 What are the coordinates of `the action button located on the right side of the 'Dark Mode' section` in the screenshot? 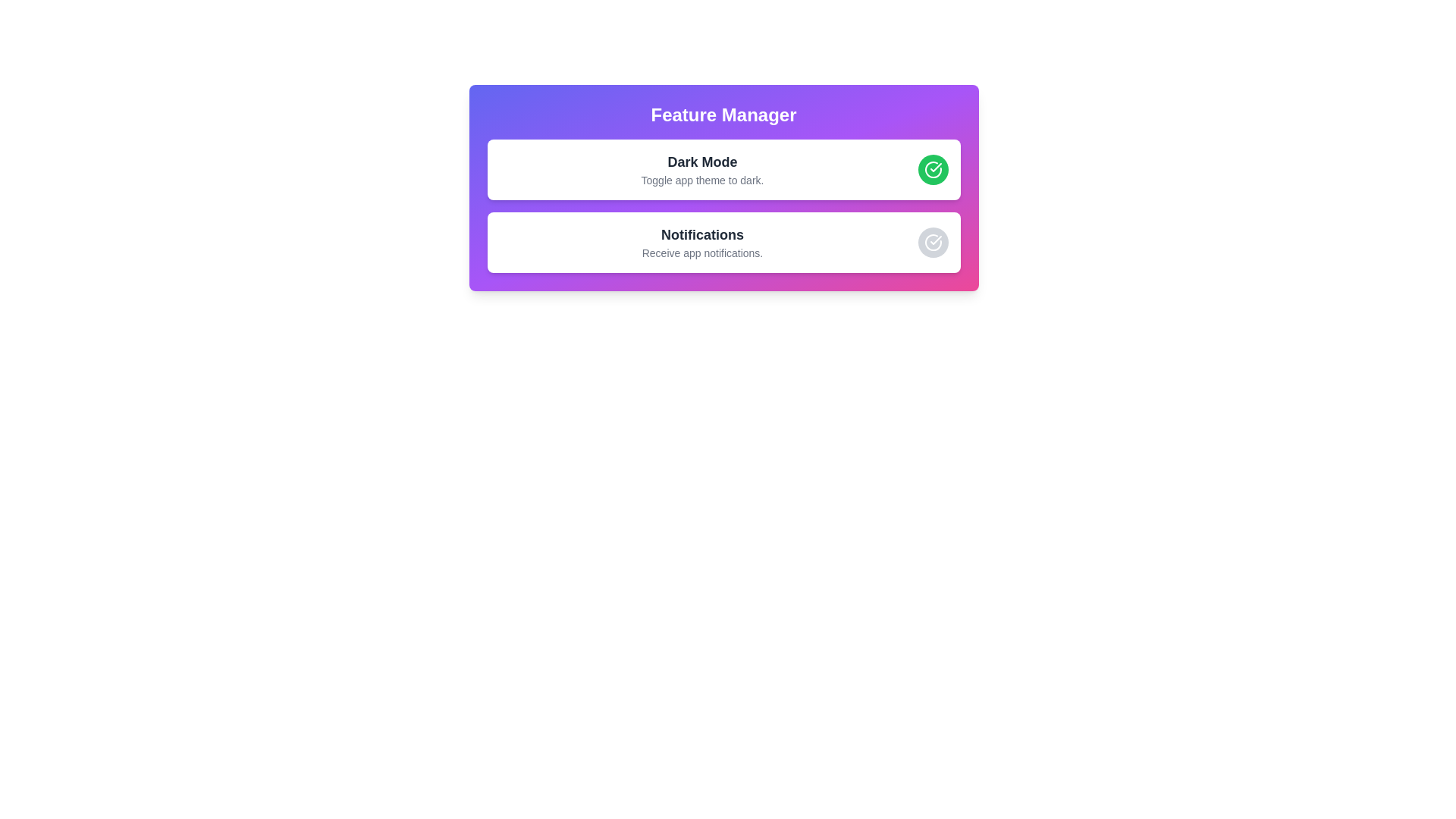 It's located at (932, 169).